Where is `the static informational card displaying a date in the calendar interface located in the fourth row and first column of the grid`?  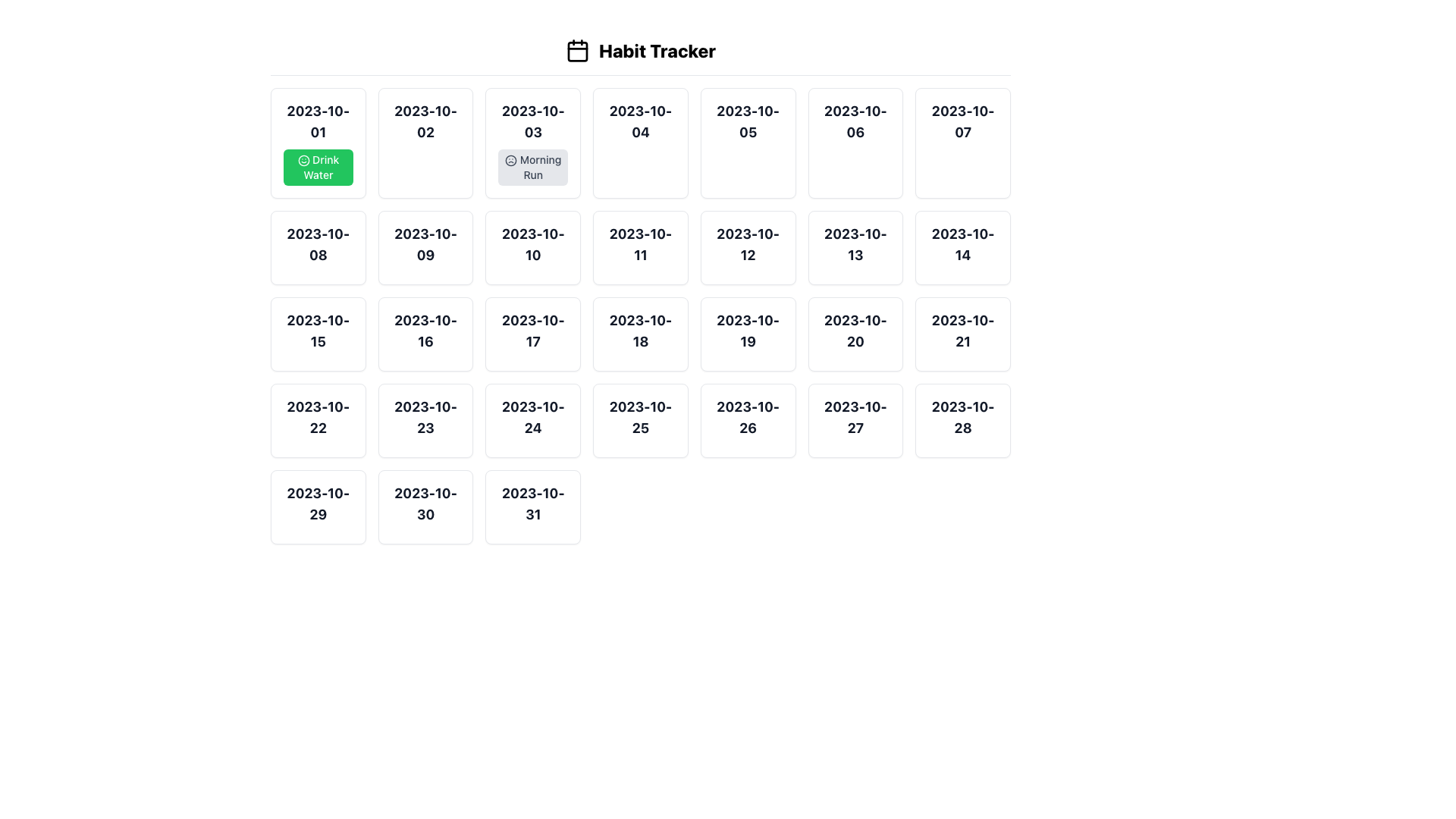 the static informational card displaying a date in the calendar interface located in the fourth row and first column of the grid is located at coordinates (317, 421).